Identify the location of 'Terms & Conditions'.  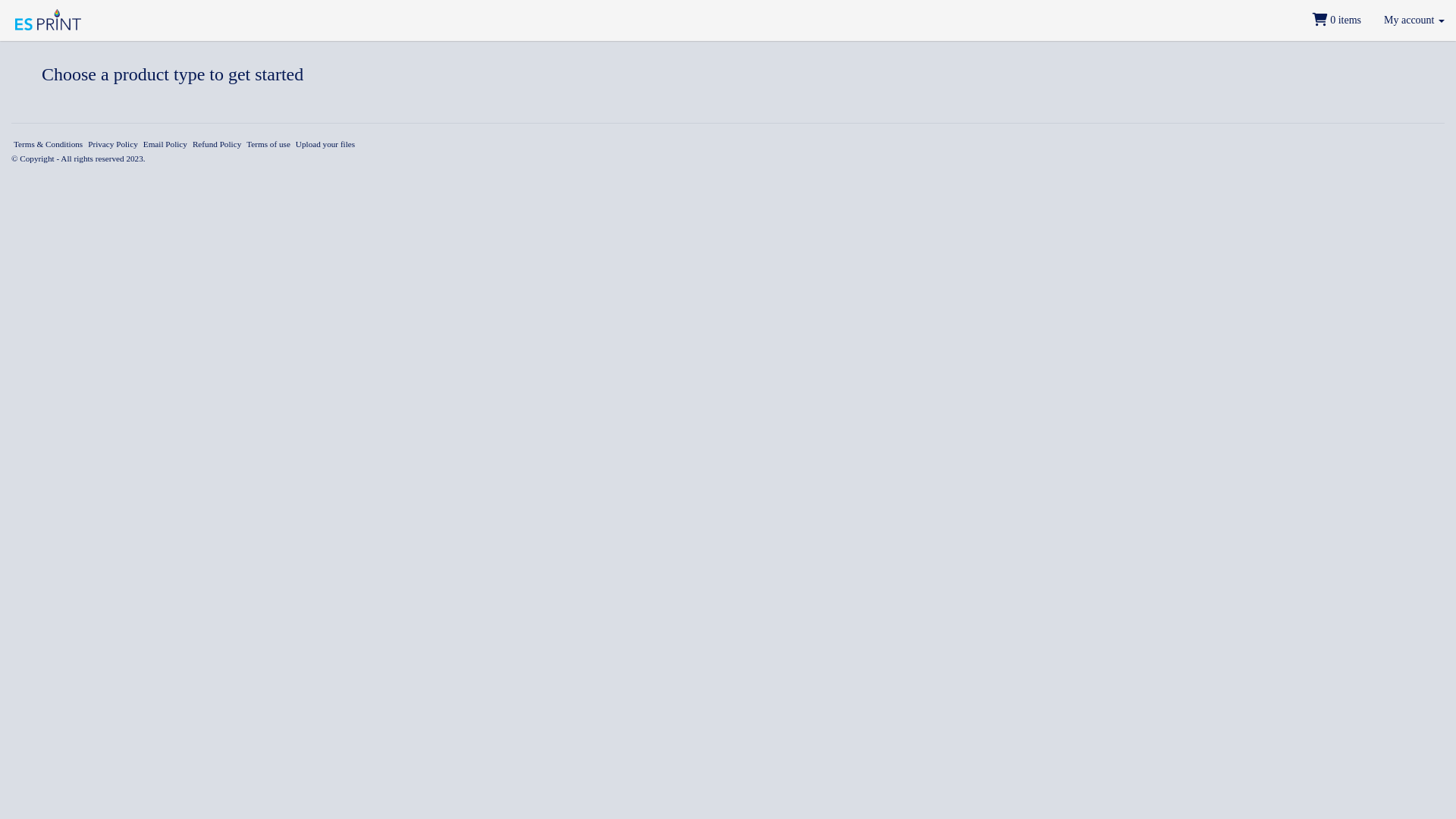
(48, 143).